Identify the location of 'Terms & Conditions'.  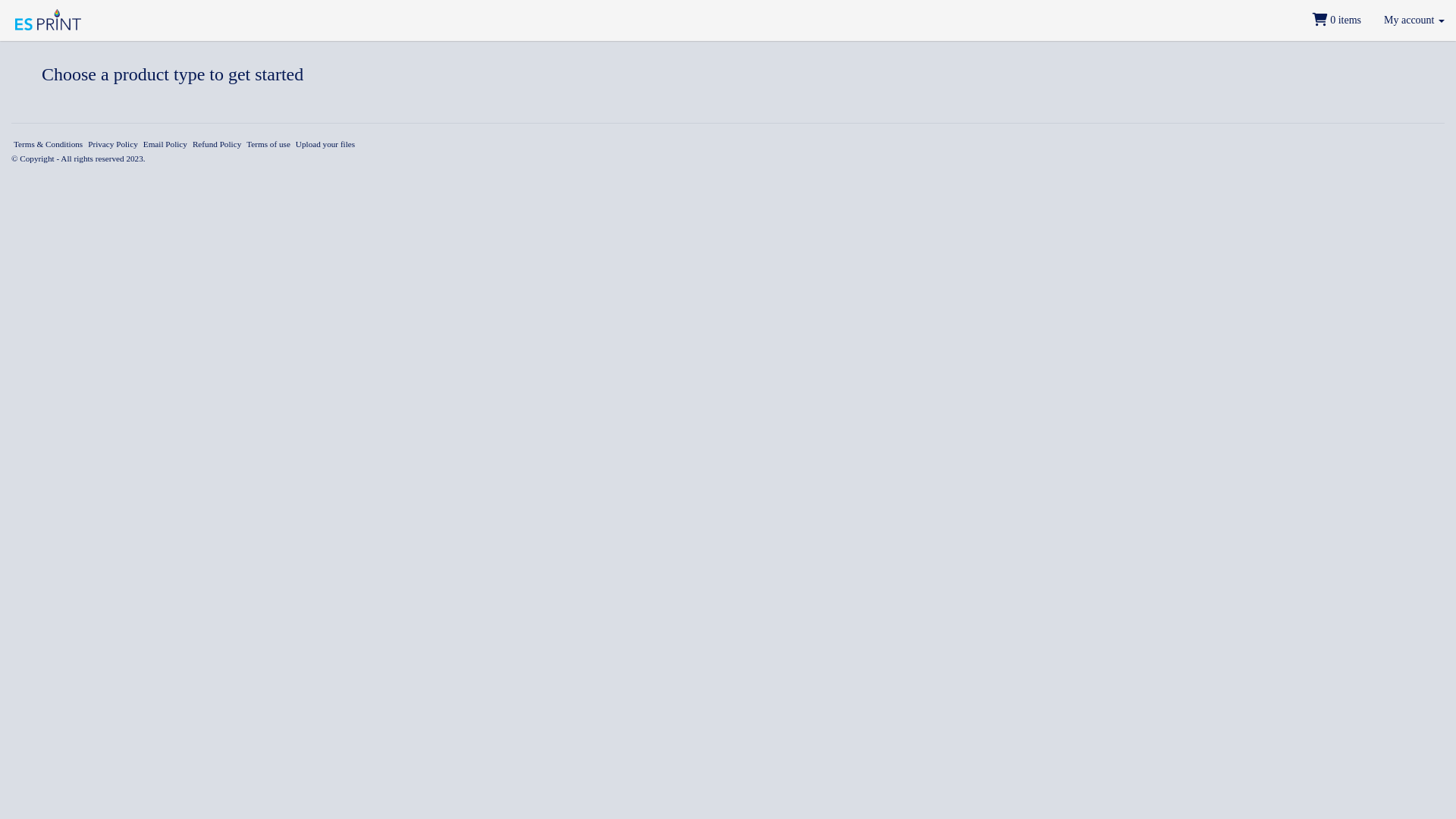
(48, 143).